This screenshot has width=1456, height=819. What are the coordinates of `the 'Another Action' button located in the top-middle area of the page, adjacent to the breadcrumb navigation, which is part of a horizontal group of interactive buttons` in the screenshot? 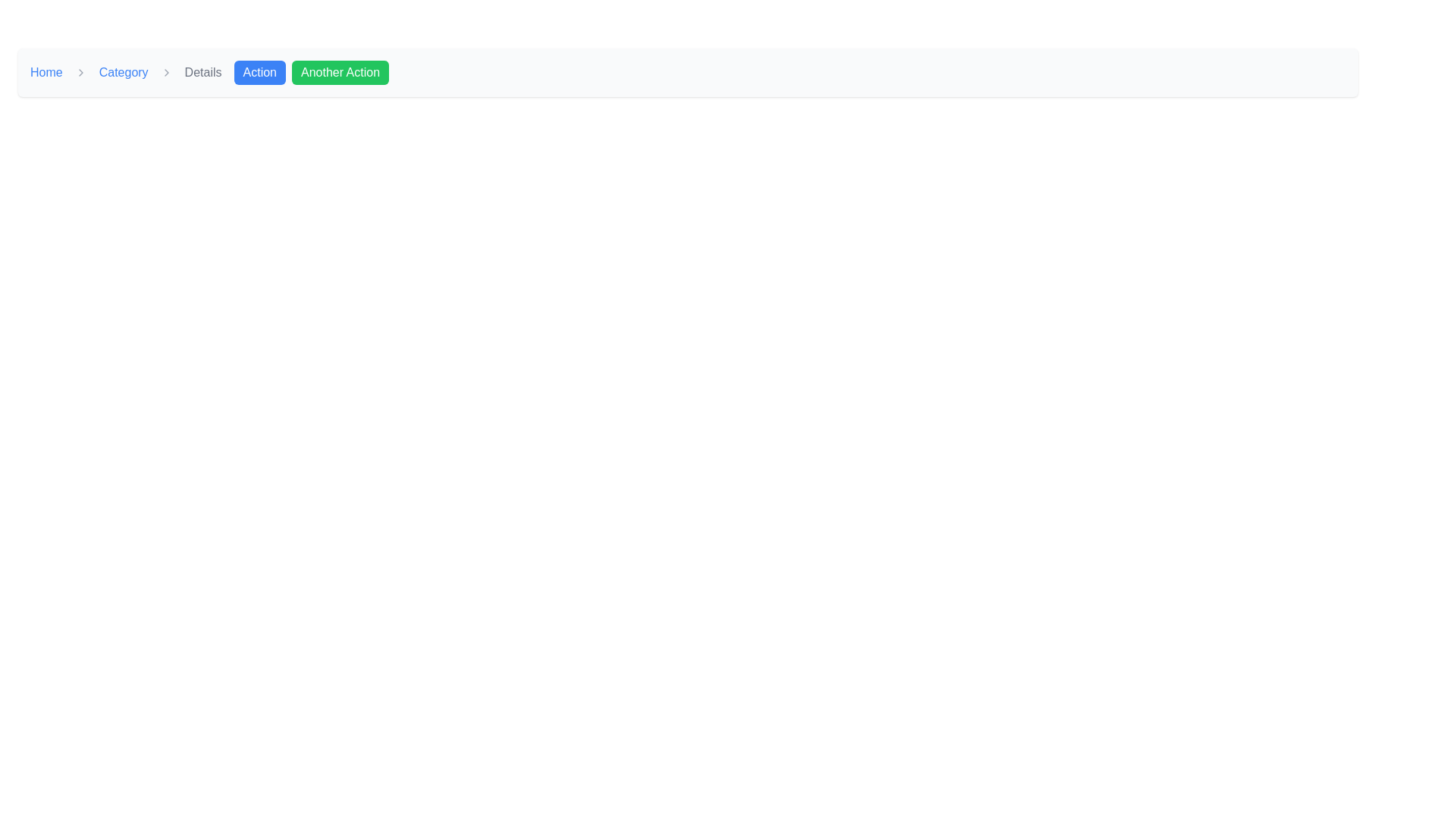 It's located at (310, 73).